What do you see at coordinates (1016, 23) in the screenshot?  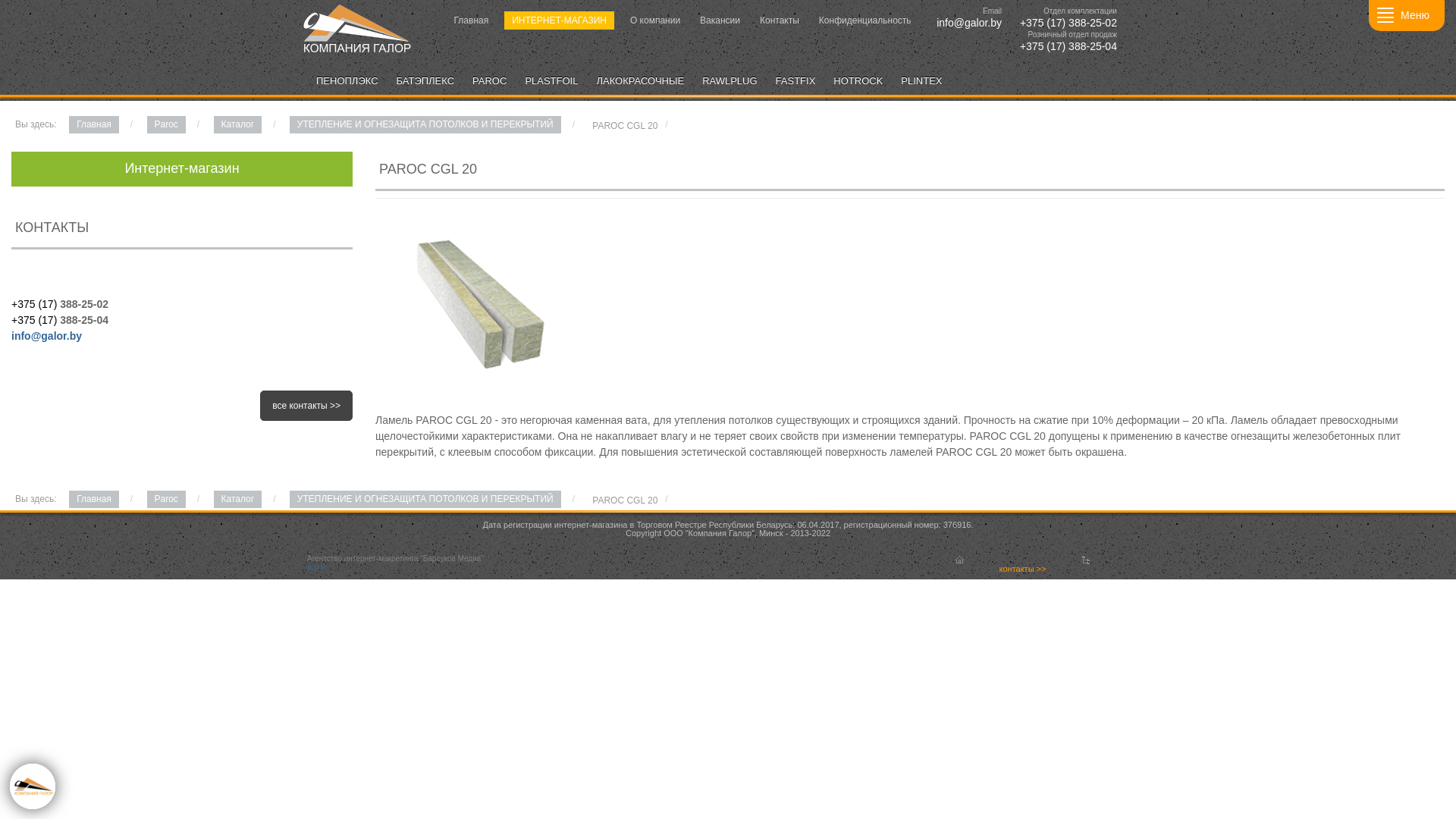 I see `' +375 (17) 388-25-02'` at bounding box center [1016, 23].